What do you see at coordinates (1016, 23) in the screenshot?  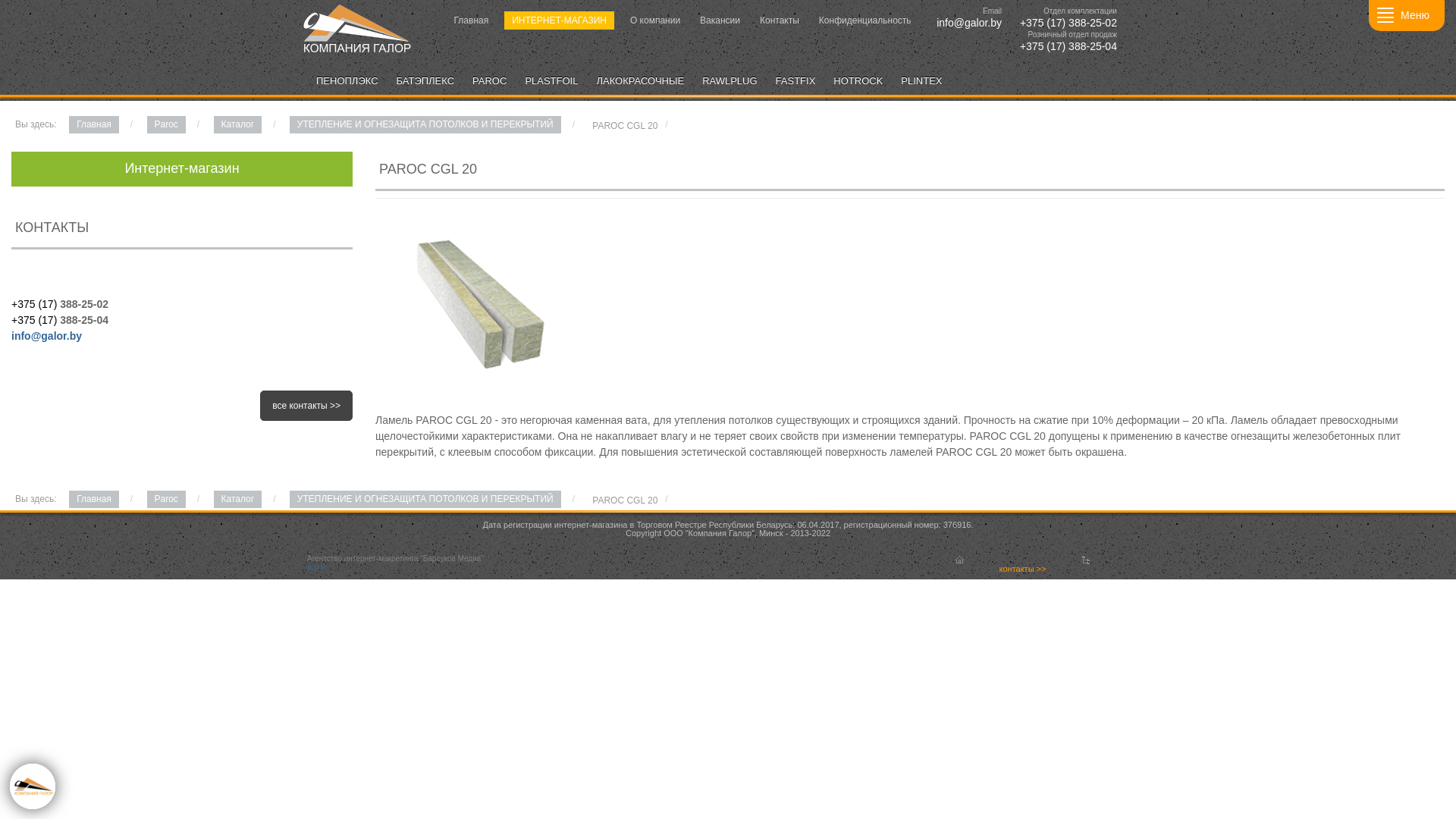 I see `' +375 (17) 388-25-02'` at bounding box center [1016, 23].